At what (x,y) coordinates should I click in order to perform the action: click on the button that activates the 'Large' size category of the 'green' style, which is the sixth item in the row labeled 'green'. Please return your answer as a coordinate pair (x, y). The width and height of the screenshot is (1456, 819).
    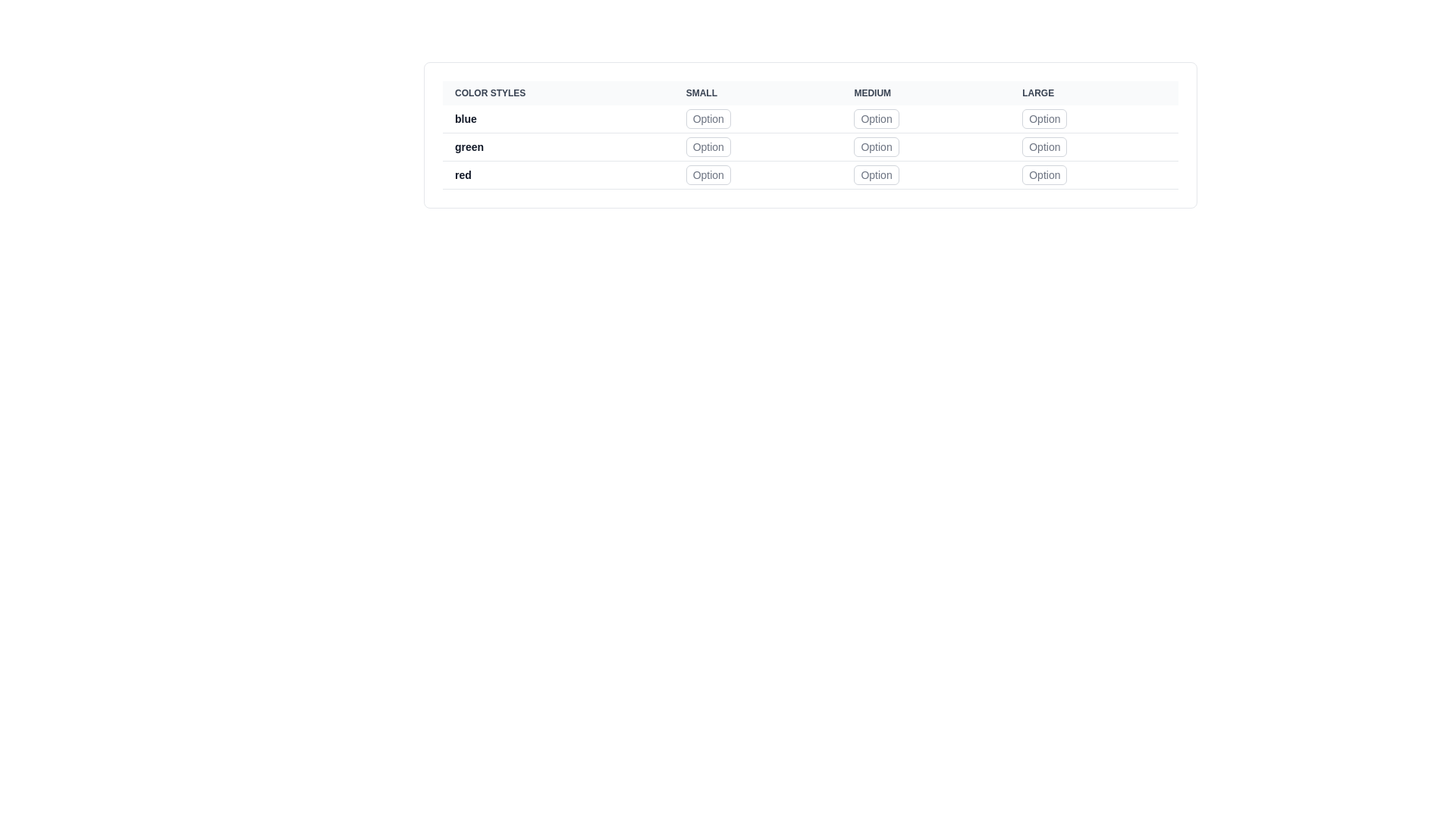
    Looking at the image, I should click on (1094, 146).